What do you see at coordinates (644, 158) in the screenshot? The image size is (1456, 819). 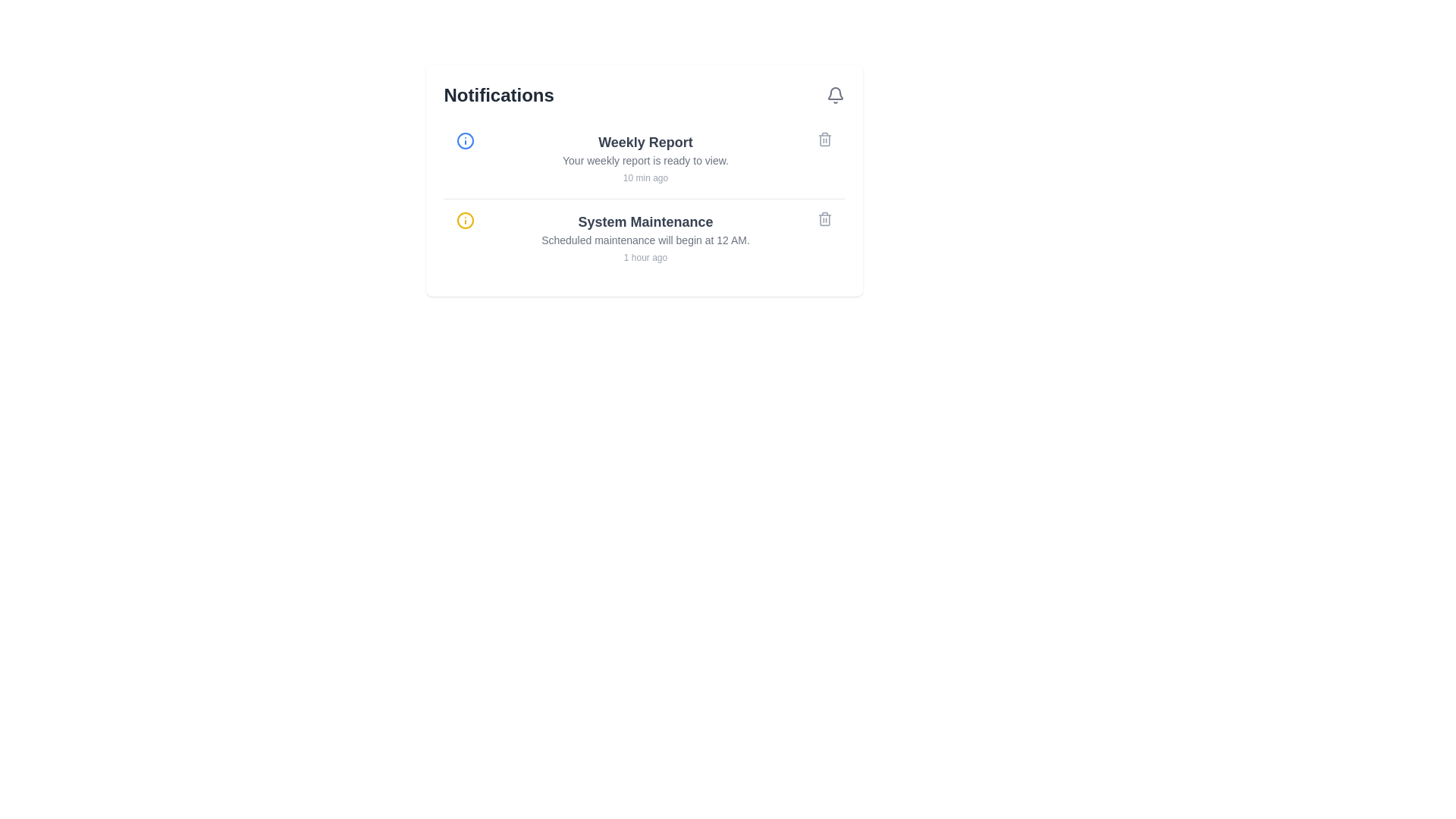 I see `the notification item with the header 'Weekly Report', subtitle 'Your weekly report is ready to view.', and timestamp '10 min ago'` at bounding box center [644, 158].